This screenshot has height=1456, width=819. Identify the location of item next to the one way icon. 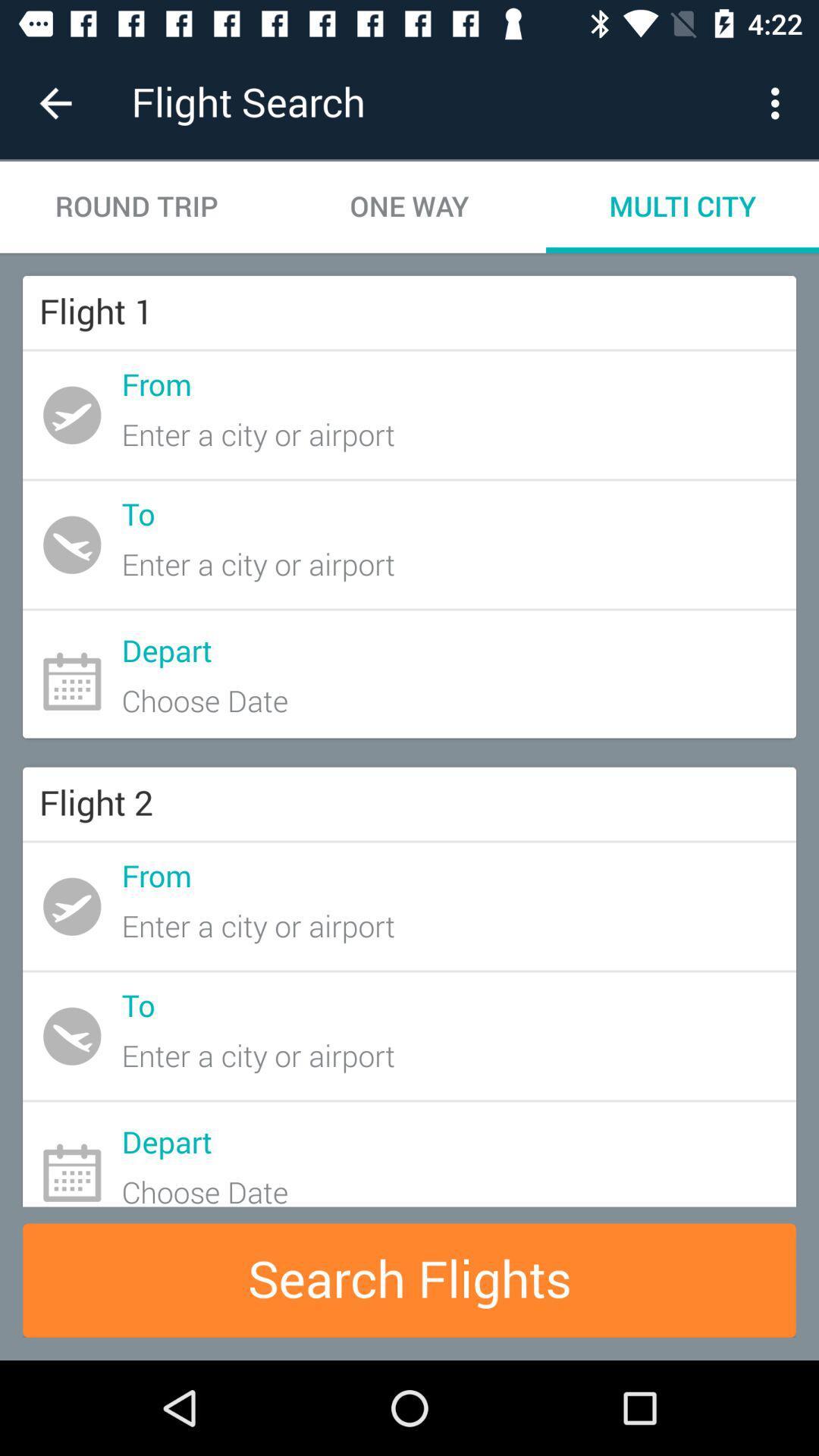
(136, 206).